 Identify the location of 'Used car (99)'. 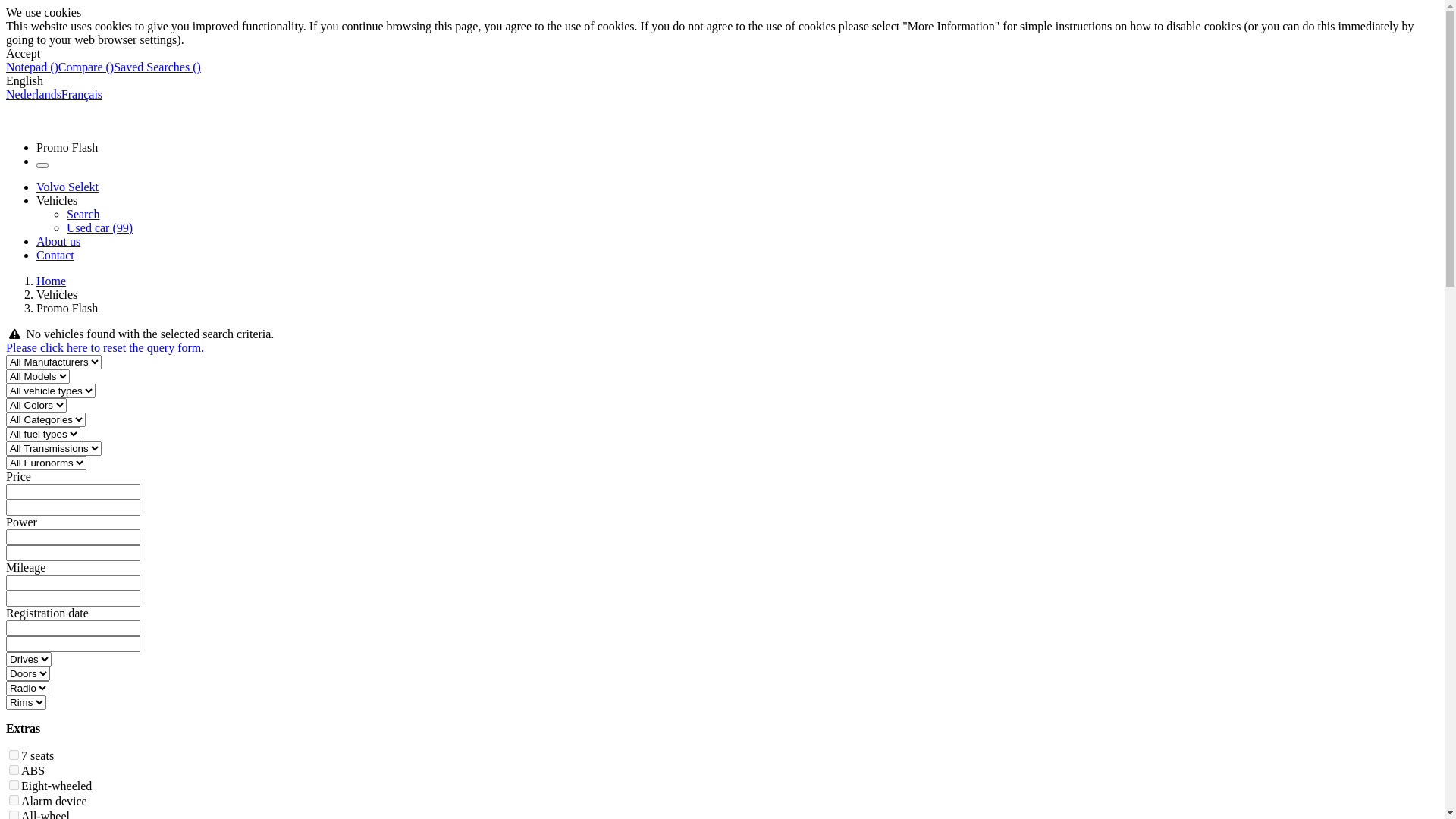
(99, 227).